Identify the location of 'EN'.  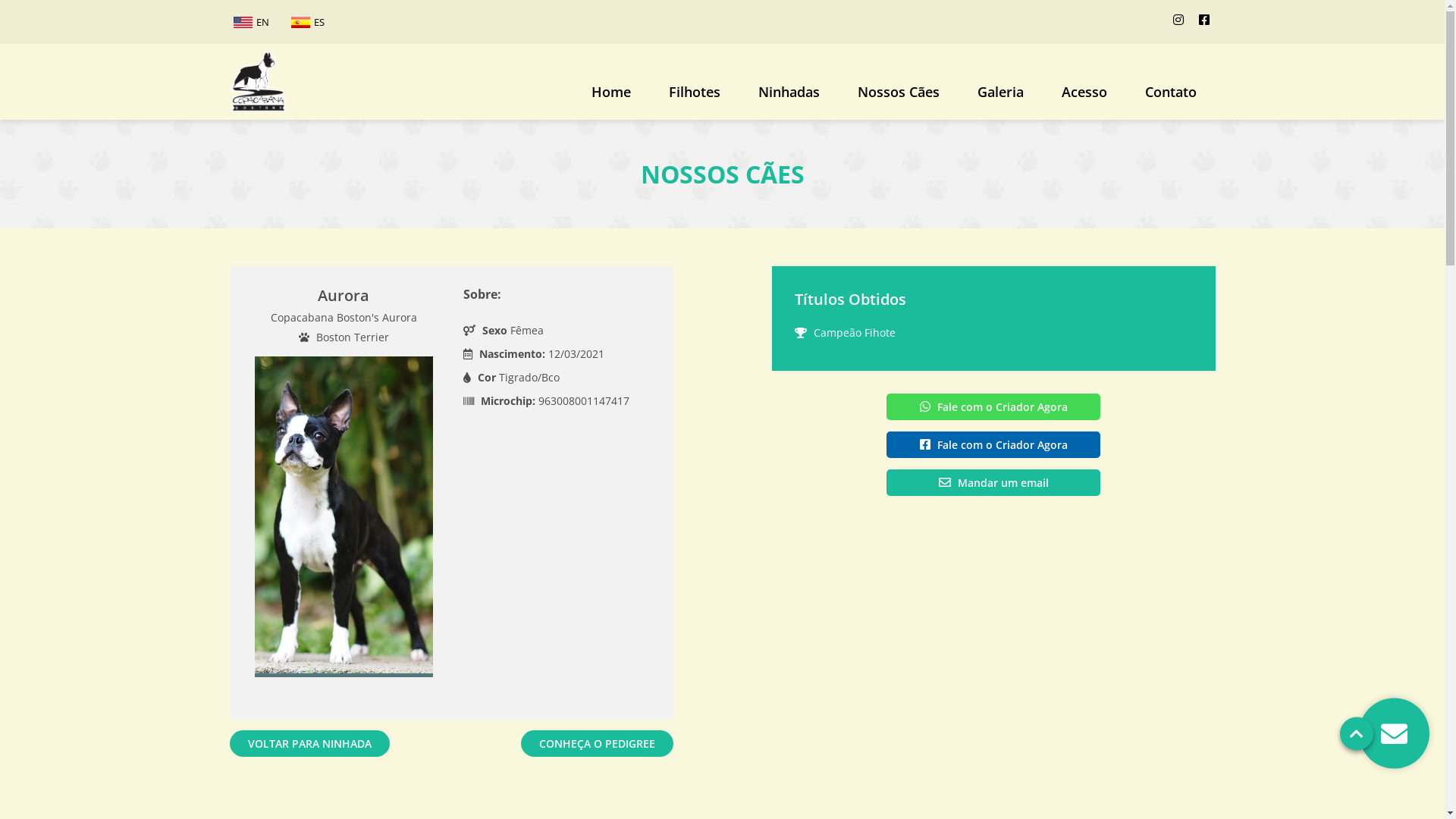
(228, 22).